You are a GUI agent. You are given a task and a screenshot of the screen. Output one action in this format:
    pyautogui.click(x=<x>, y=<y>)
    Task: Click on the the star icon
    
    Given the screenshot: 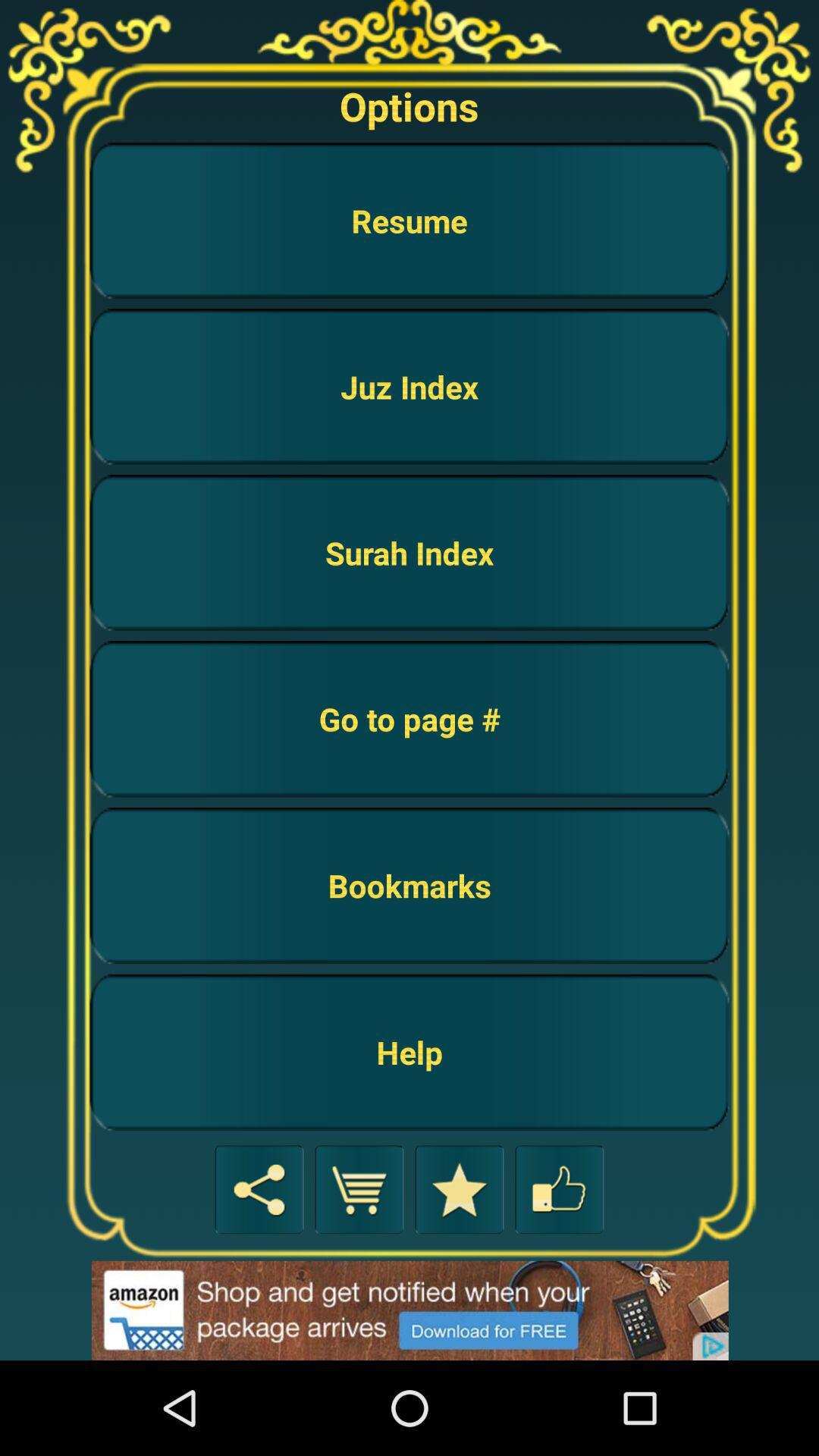 What is the action you would take?
    pyautogui.click(x=458, y=1273)
    